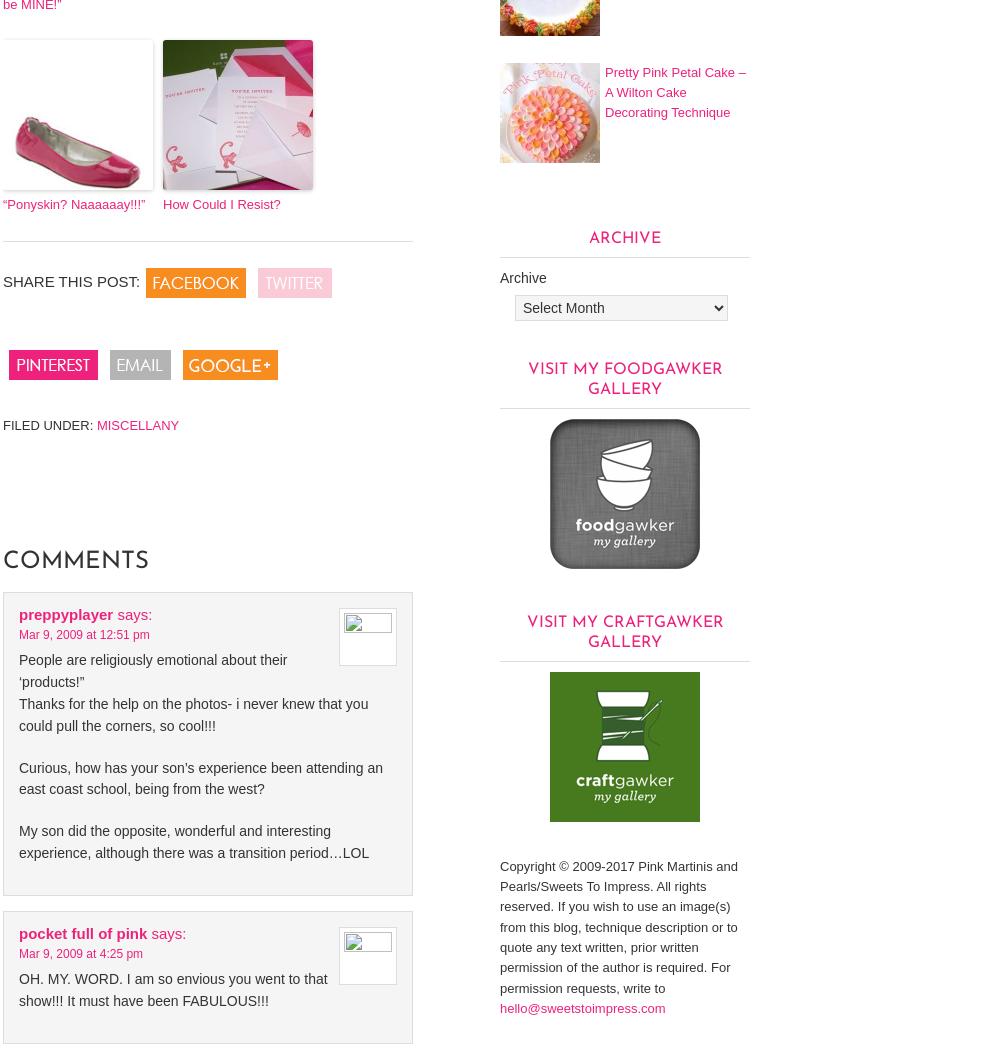 This screenshot has width=1000, height=1058. Describe the element at coordinates (617, 926) in the screenshot. I see `'Copyright © 2009-2017 Pink Martinis and Pearls/Sweets To Impress.  All rights reserved. If you wish to use an image(s) from this blog, technique description or to quote any text written, prior written permission of the author is required. For permission requests, write to'` at that location.